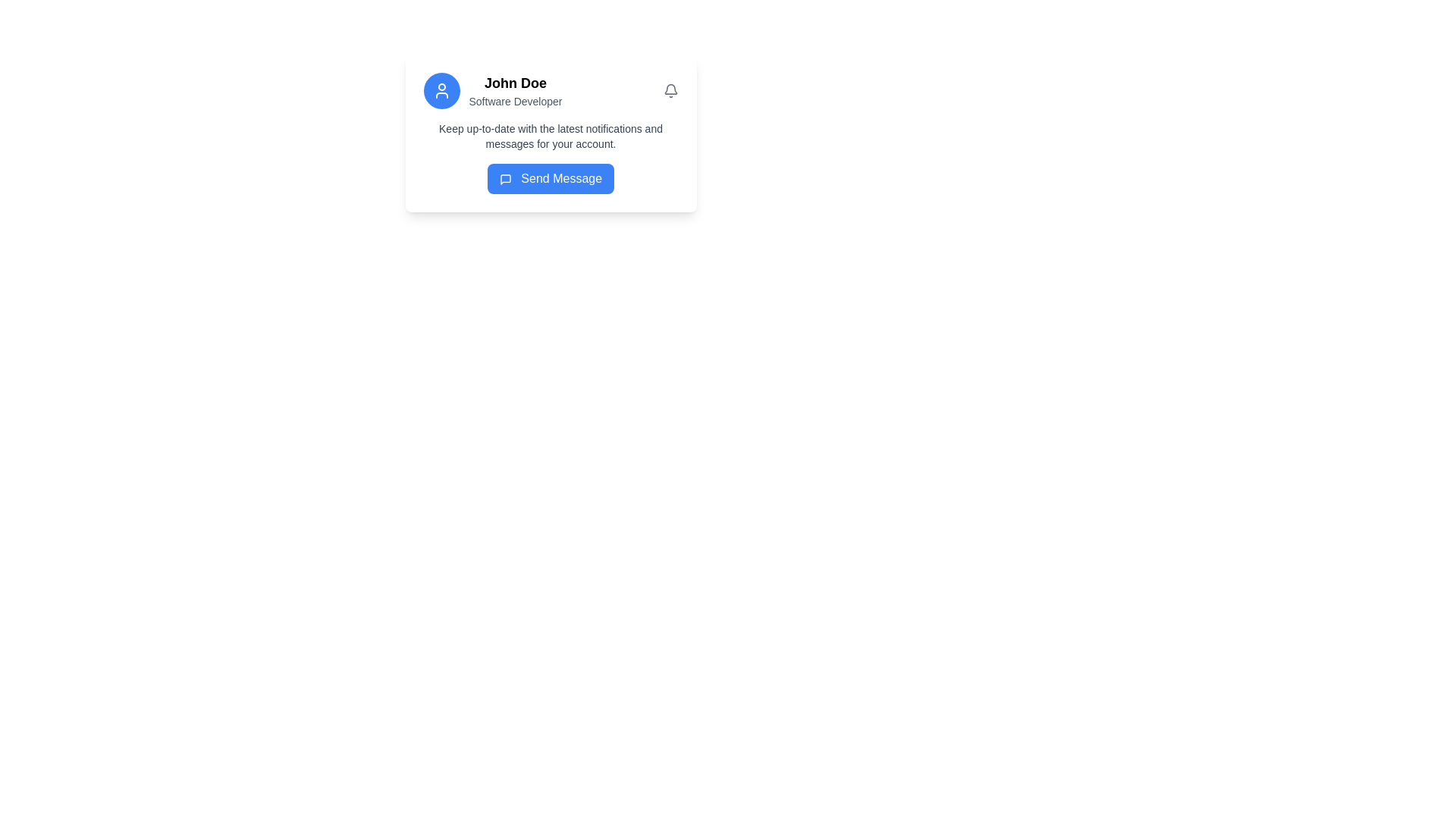 This screenshot has height=819, width=1456. Describe the element at coordinates (550, 158) in the screenshot. I see `the button in the notification area` at that location.